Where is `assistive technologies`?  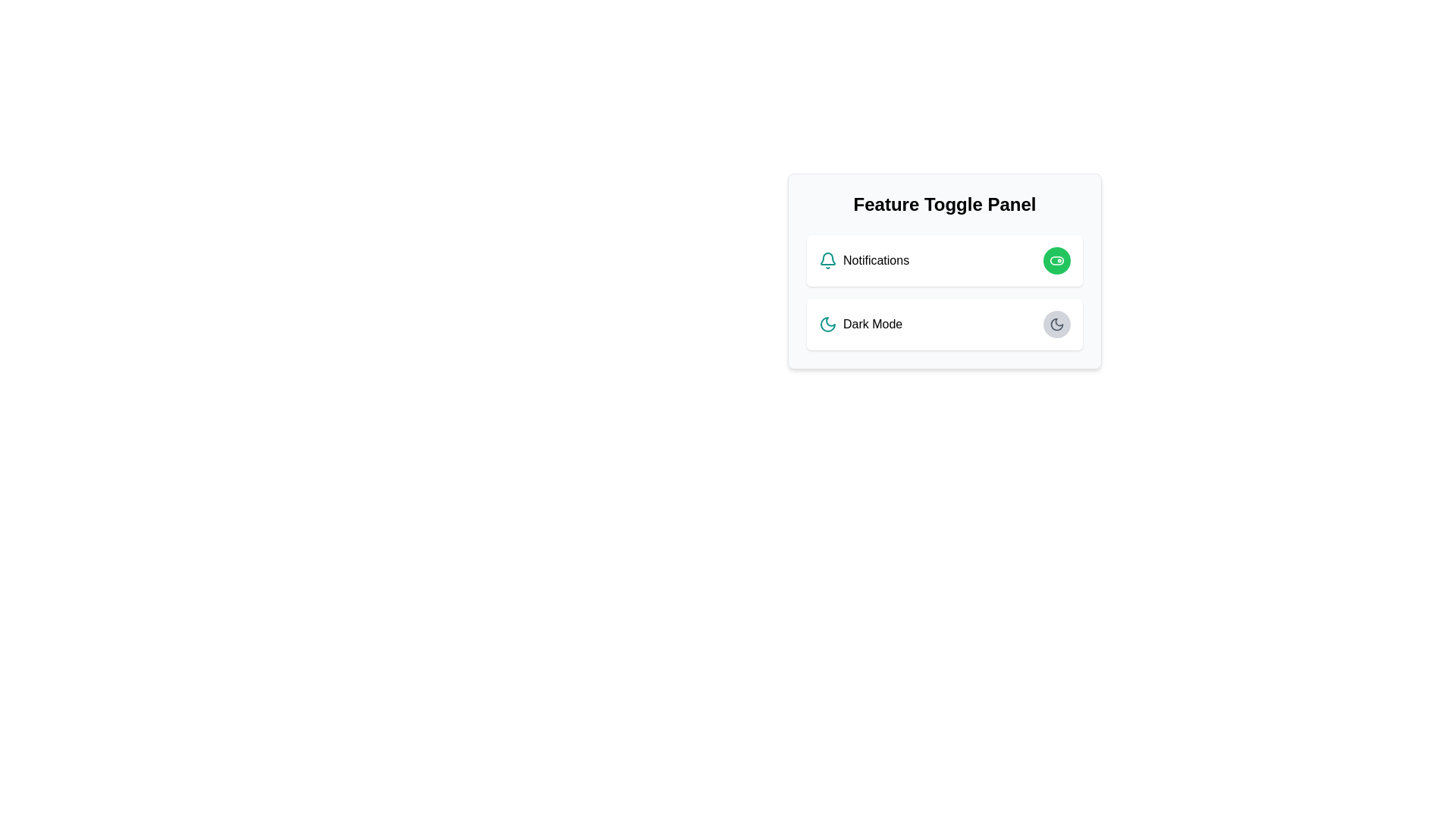
assistive technologies is located at coordinates (876, 259).